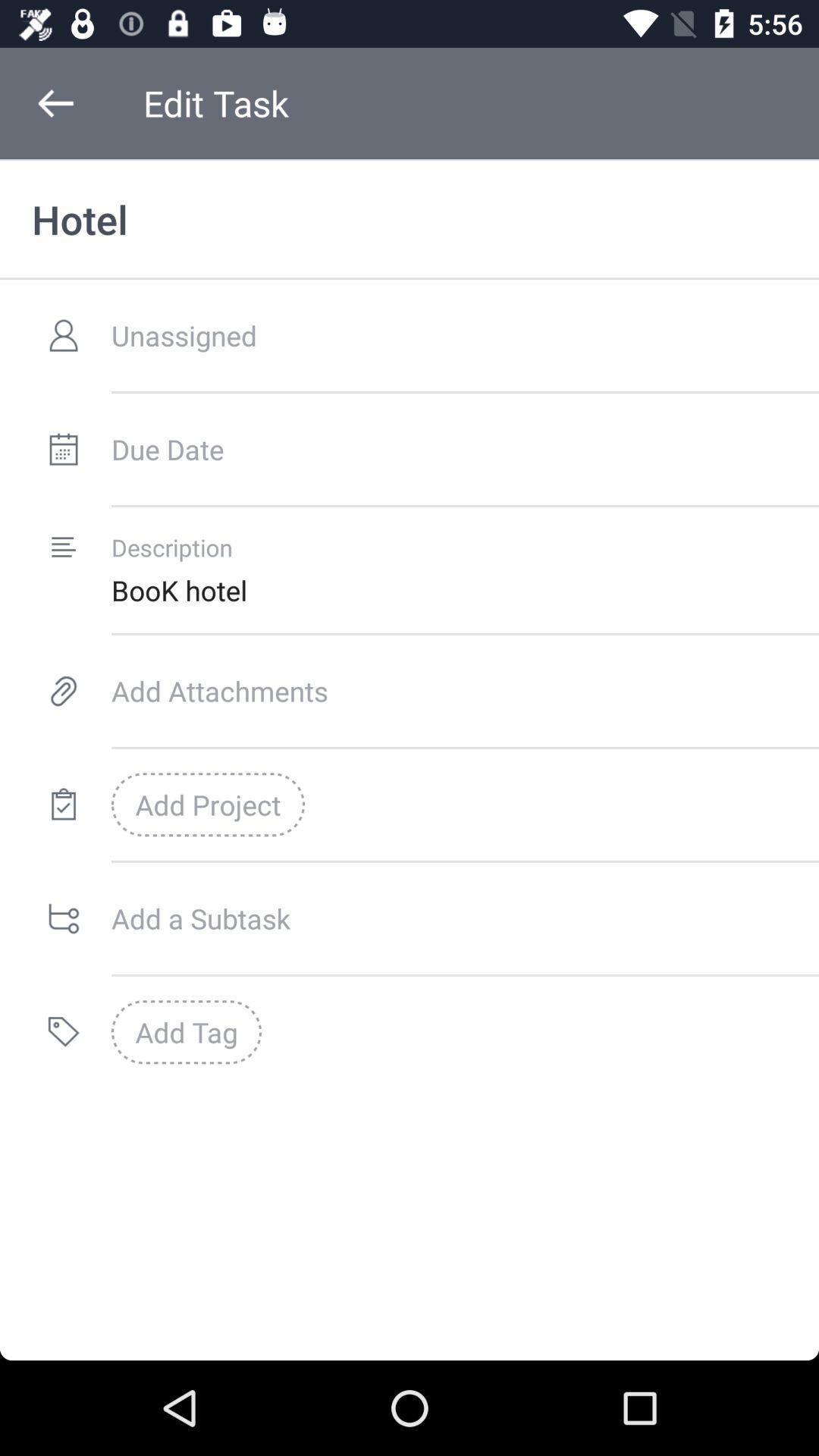  What do you see at coordinates (464, 690) in the screenshot?
I see `the icon below the book hotel icon` at bounding box center [464, 690].